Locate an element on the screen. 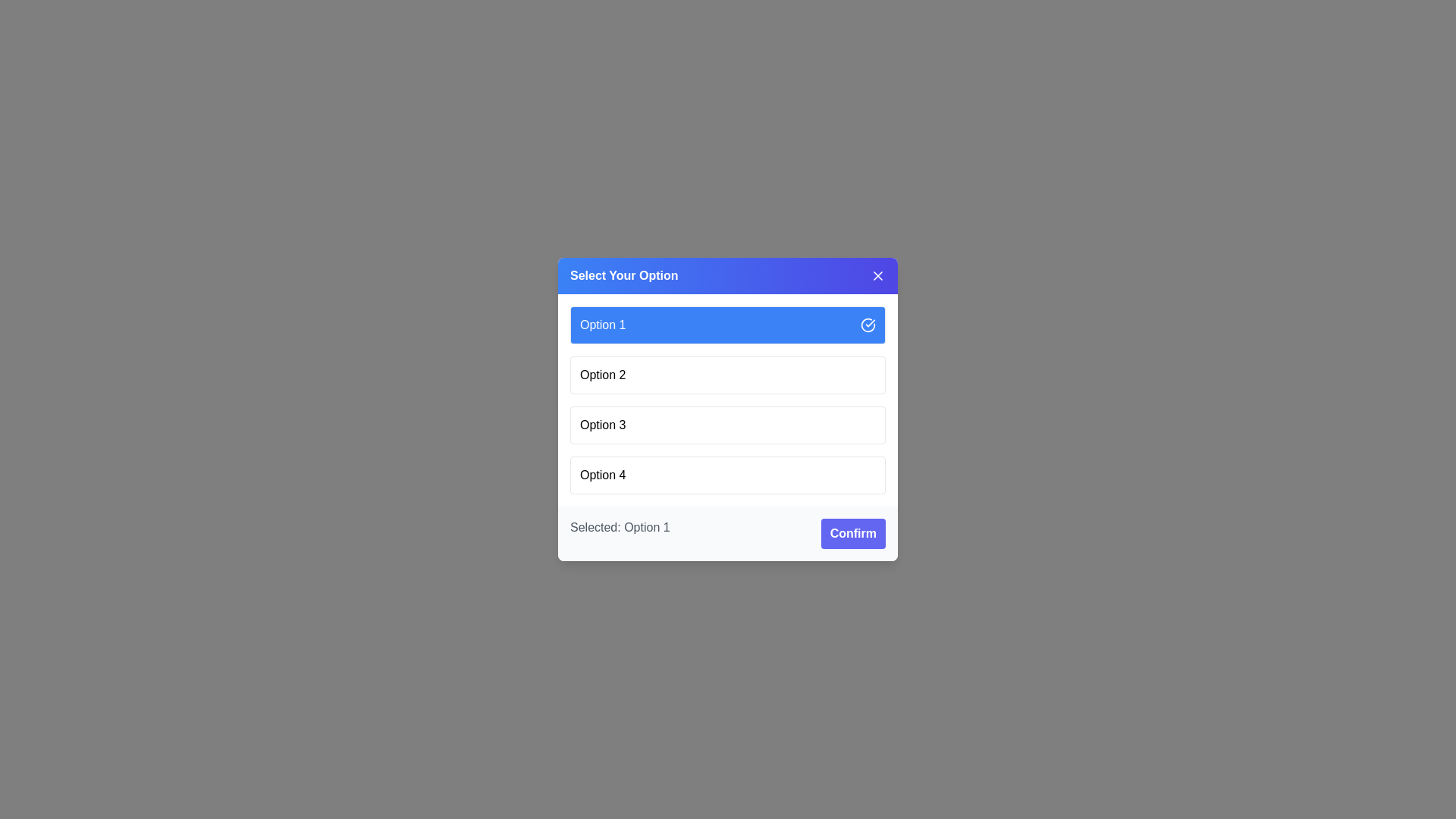  the first selectable option in the list within the modal dialog is located at coordinates (728, 324).